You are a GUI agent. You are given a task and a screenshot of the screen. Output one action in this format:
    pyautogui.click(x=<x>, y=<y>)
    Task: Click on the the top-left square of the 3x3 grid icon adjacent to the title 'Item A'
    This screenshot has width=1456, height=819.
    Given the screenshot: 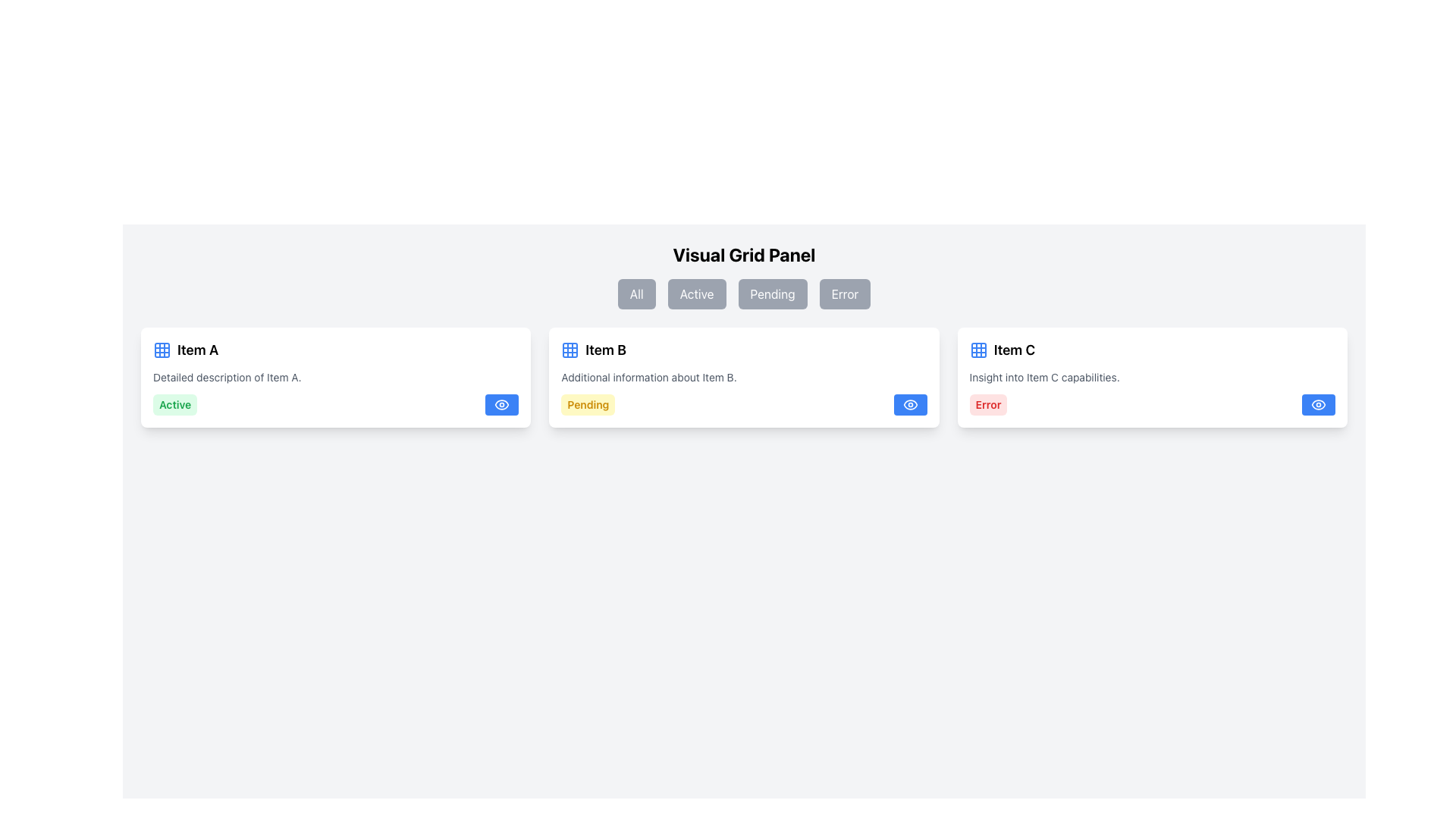 What is the action you would take?
    pyautogui.click(x=162, y=350)
    